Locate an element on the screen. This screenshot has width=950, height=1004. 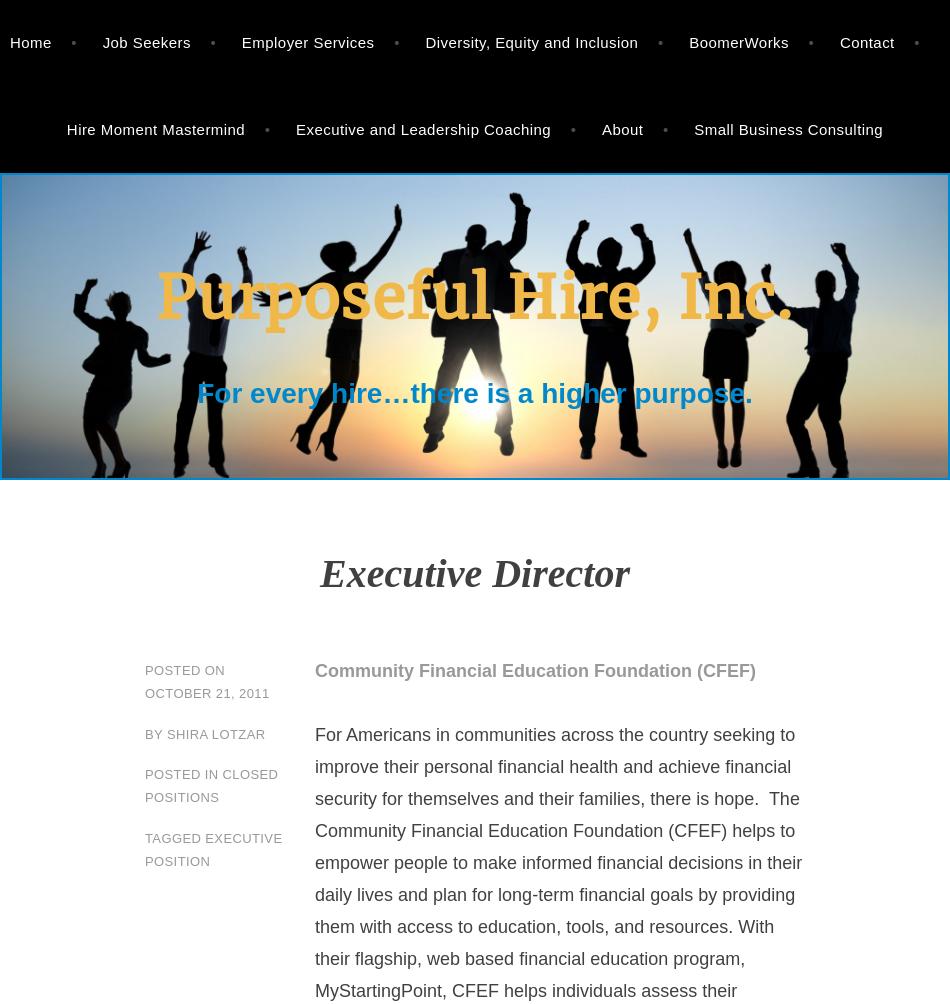
'Community Financial Education Foundation (CFEF)' is located at coordinates (314, 669).